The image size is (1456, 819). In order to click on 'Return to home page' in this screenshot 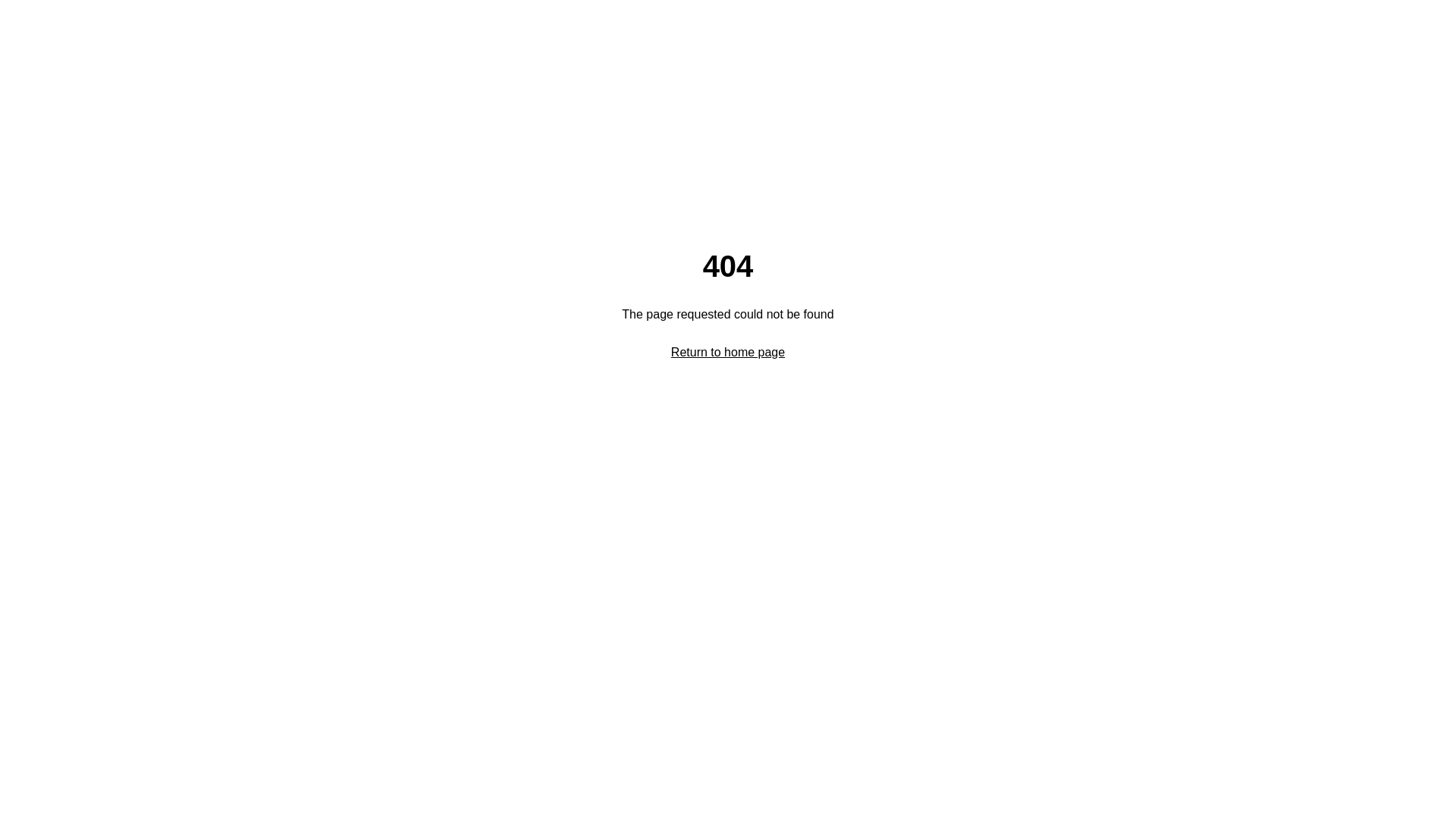, I will do `click(728, 352)`.